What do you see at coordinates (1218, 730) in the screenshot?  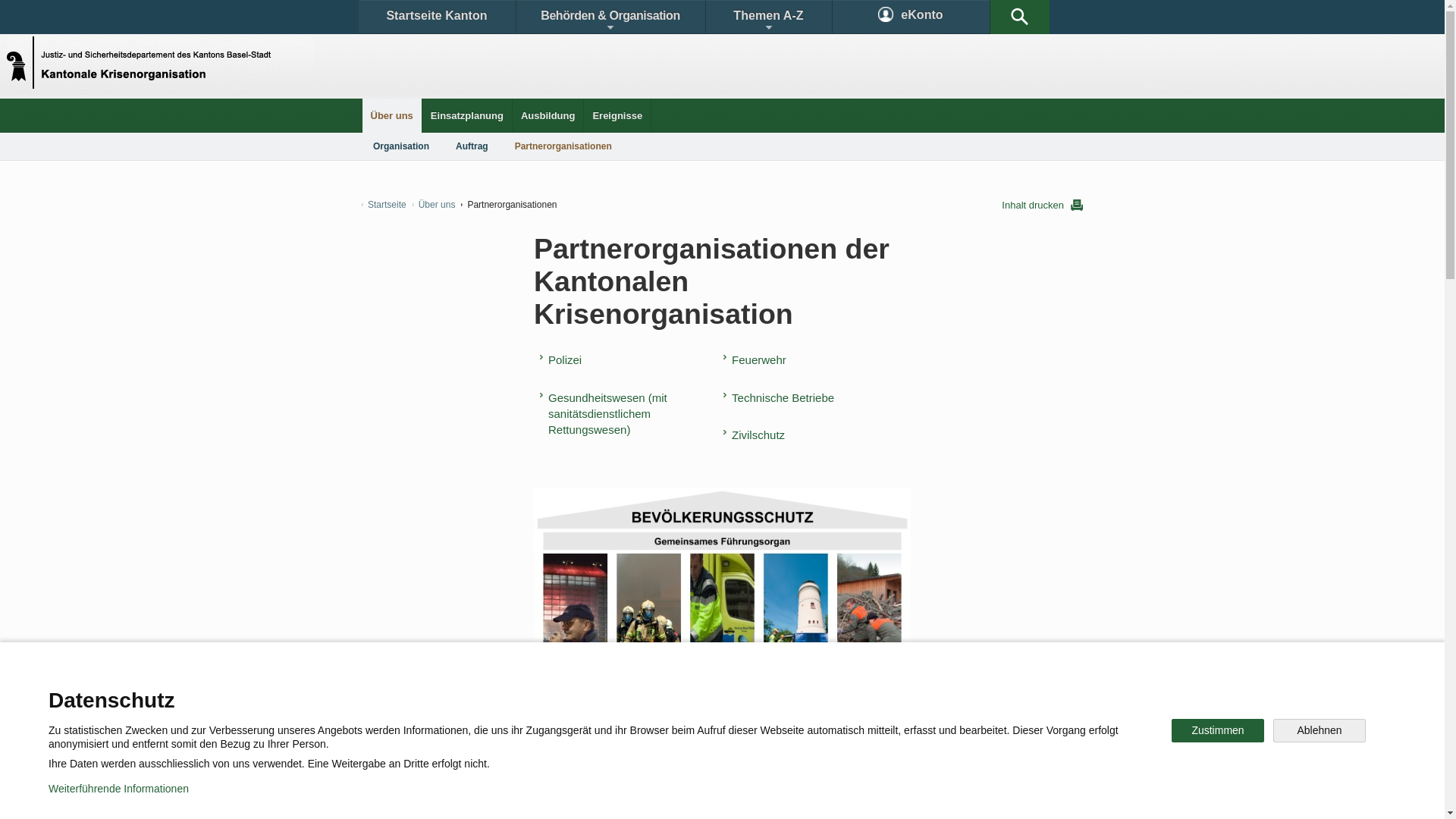 I see `'Zustimmen'` at bounding box center [1218, 730].